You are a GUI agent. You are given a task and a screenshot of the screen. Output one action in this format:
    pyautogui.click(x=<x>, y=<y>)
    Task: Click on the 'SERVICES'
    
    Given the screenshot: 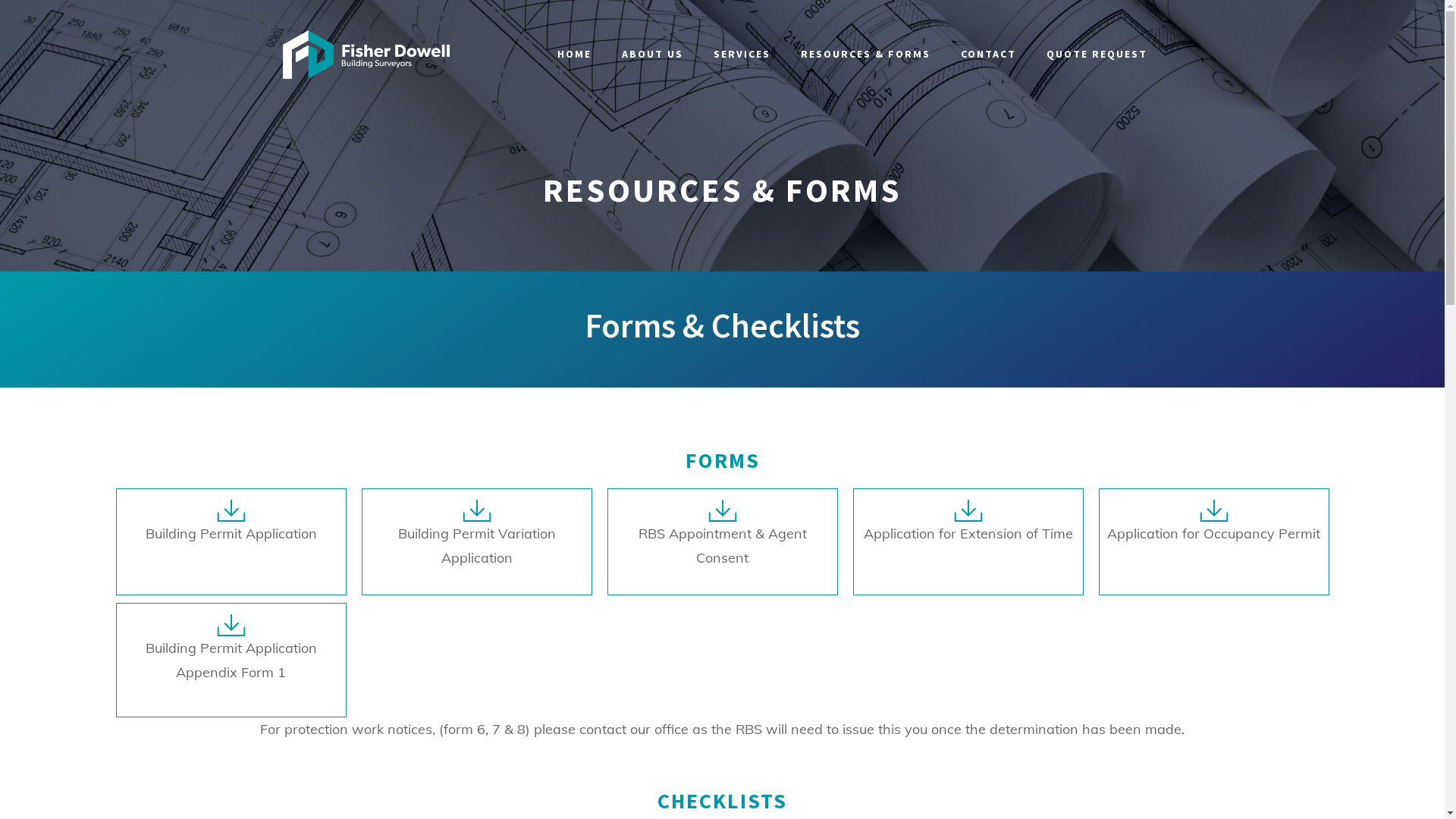 What is the action you would take?
    pyautogui.click(x=741, y=53)
    